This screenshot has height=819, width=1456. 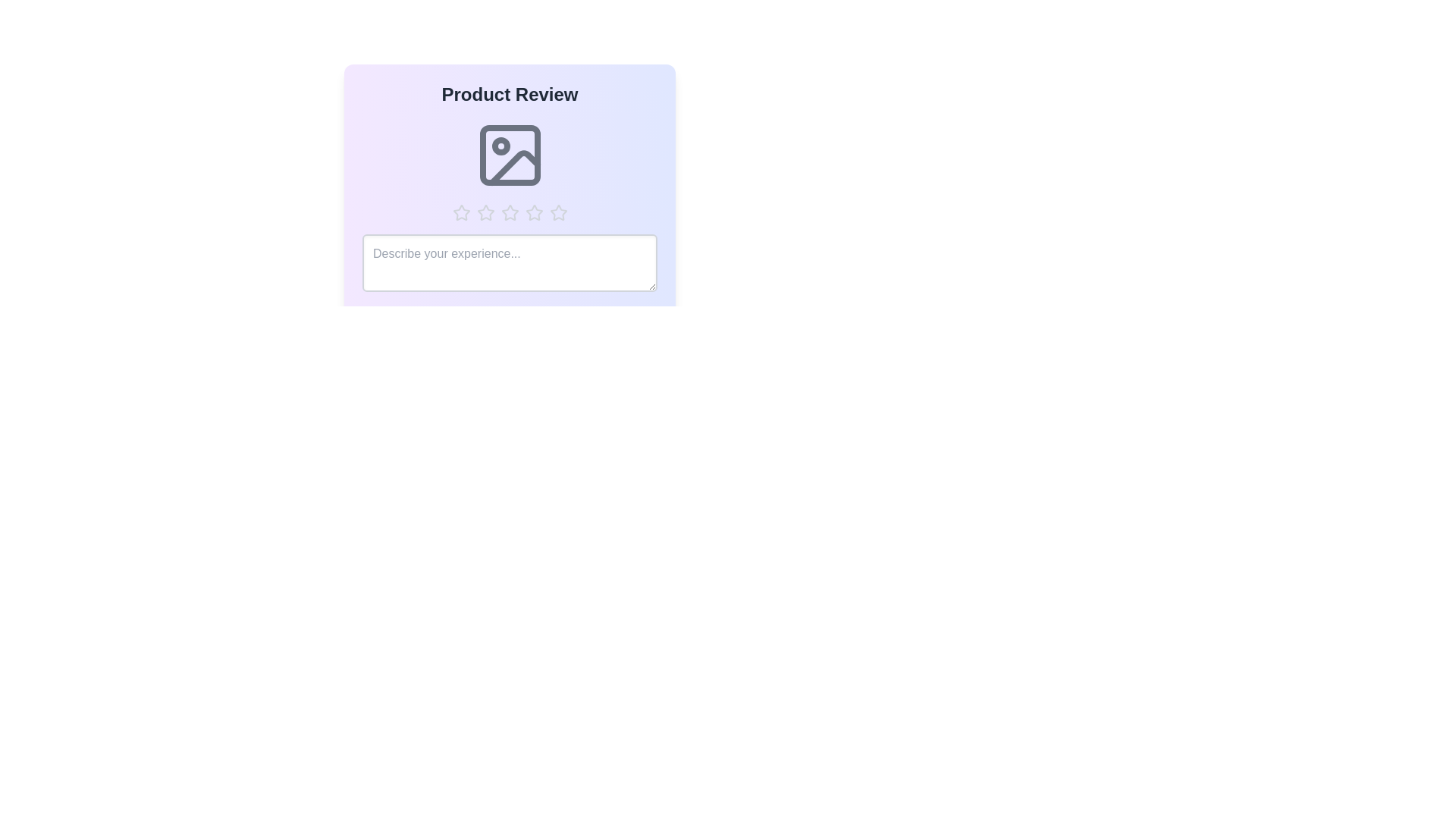 What do you see at coordinates (485, 213) in the screenshot?
I see `the star corresponding to 2 stars to preview the rating` at bounding box center [485, 213].